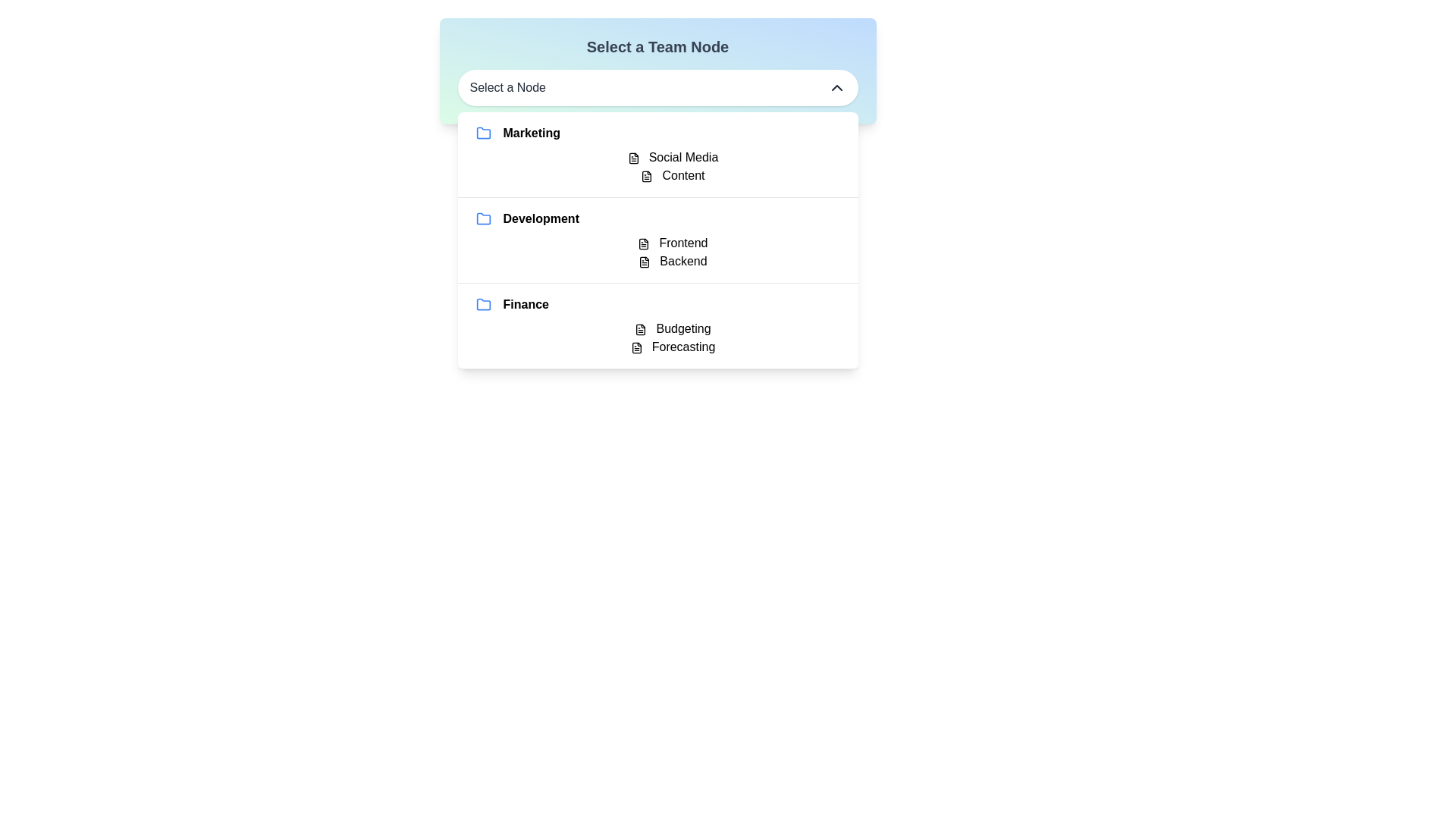 This screenshot has height=819, width=1456. I want to click on the static text label displaying 'Development' in bold font, which is positioned centrally between a blue folder icon and the rest of the layout, so click(541, 219).